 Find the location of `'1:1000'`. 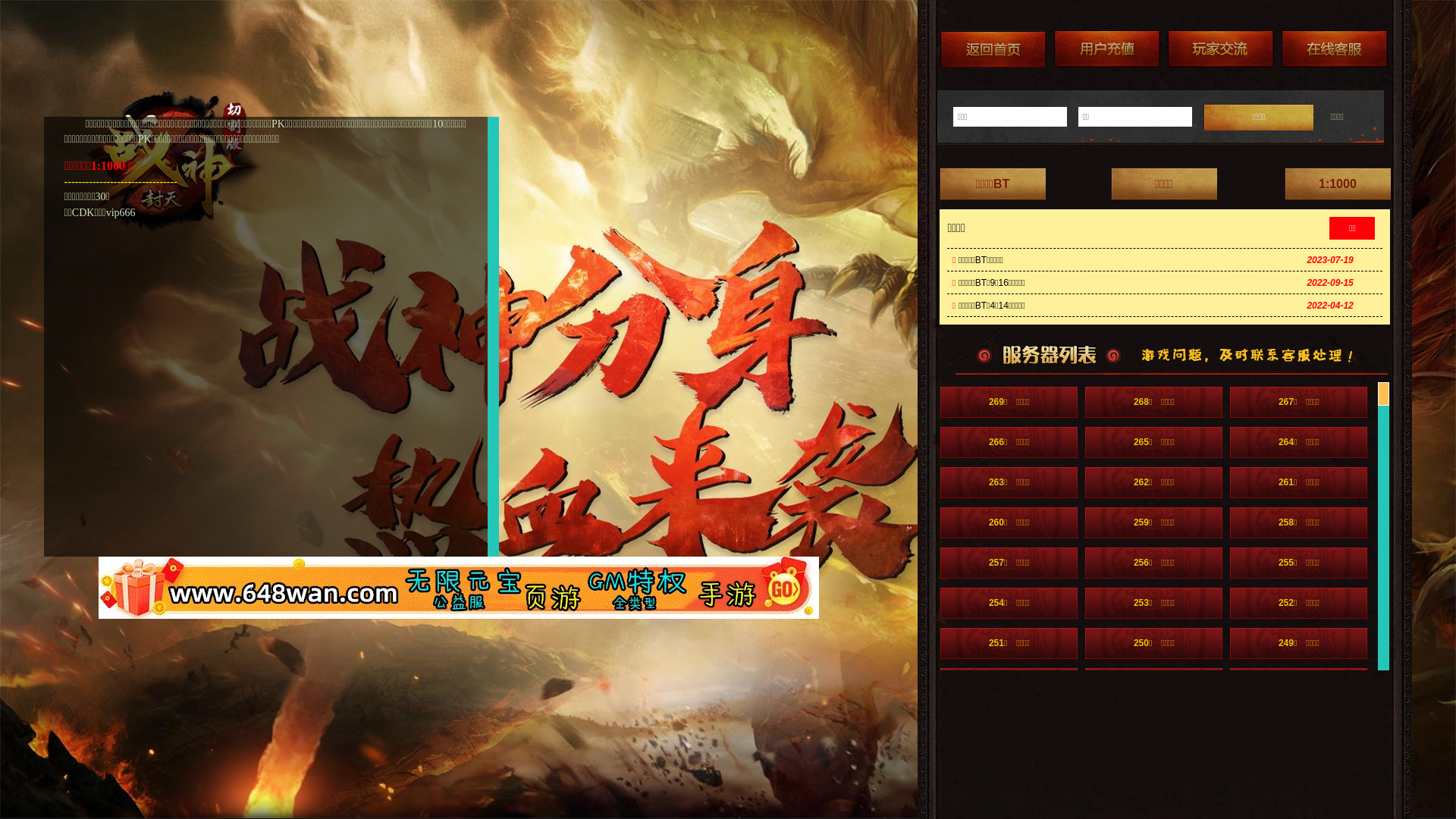

'1:1000' is located at coordinates (1337, 183).